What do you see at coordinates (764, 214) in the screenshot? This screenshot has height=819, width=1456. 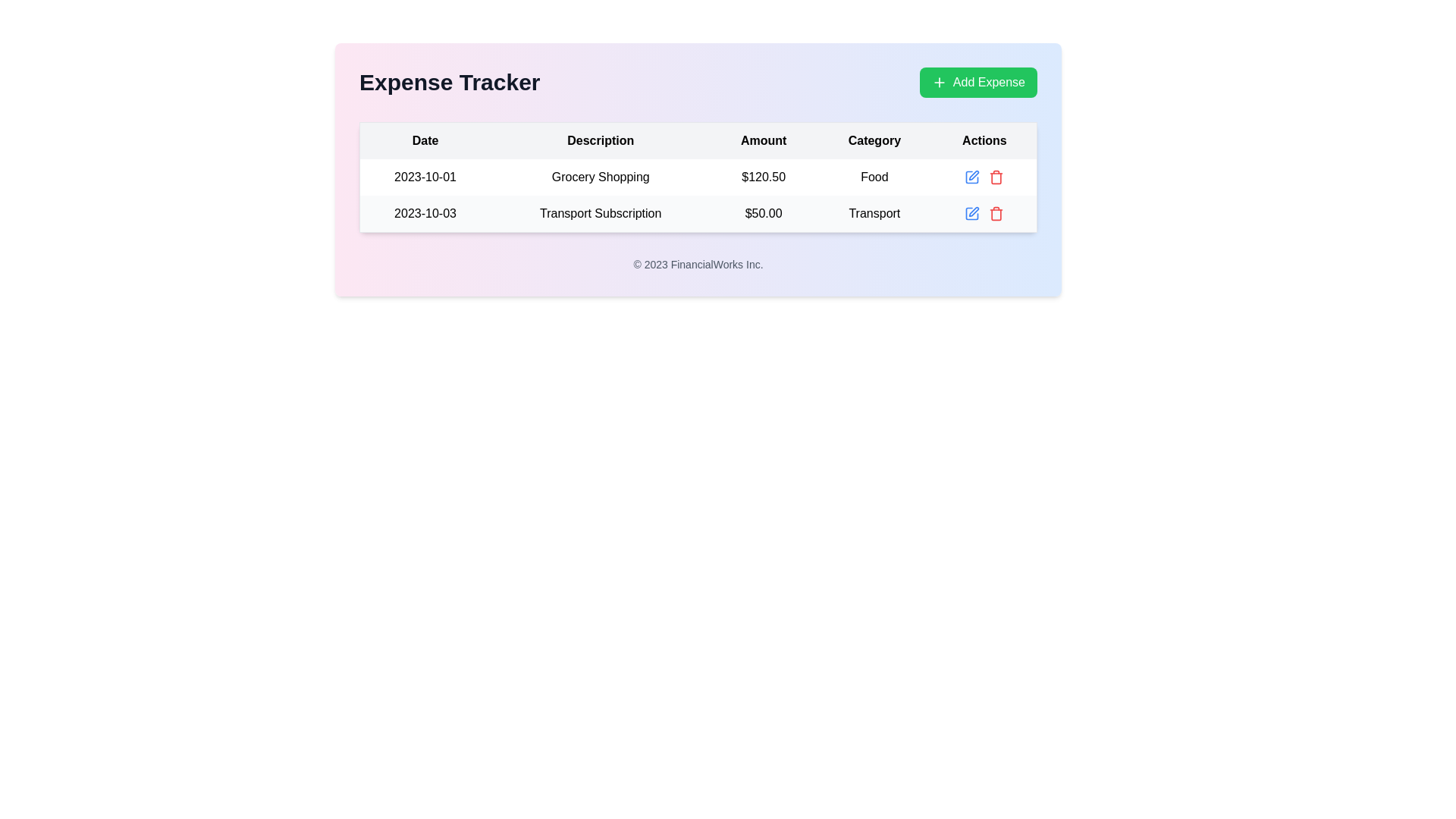 I see `the Text Label displaying the monetary value '$50.00' located in the 'Amount' column of the second row in the table` at bounding box center [764, 214].